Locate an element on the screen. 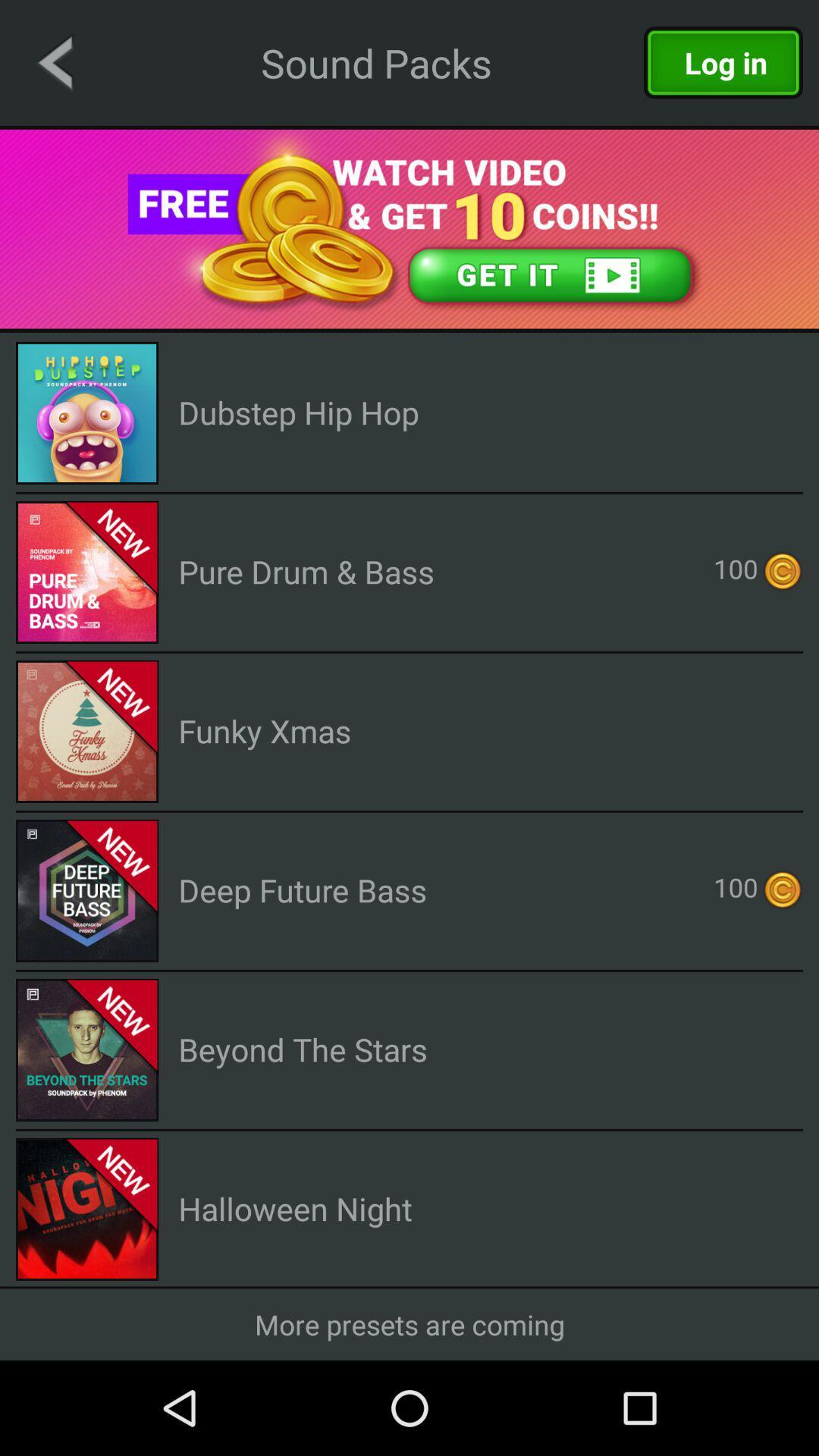  pure drum & bass icon is located at coordinates (306, 570).